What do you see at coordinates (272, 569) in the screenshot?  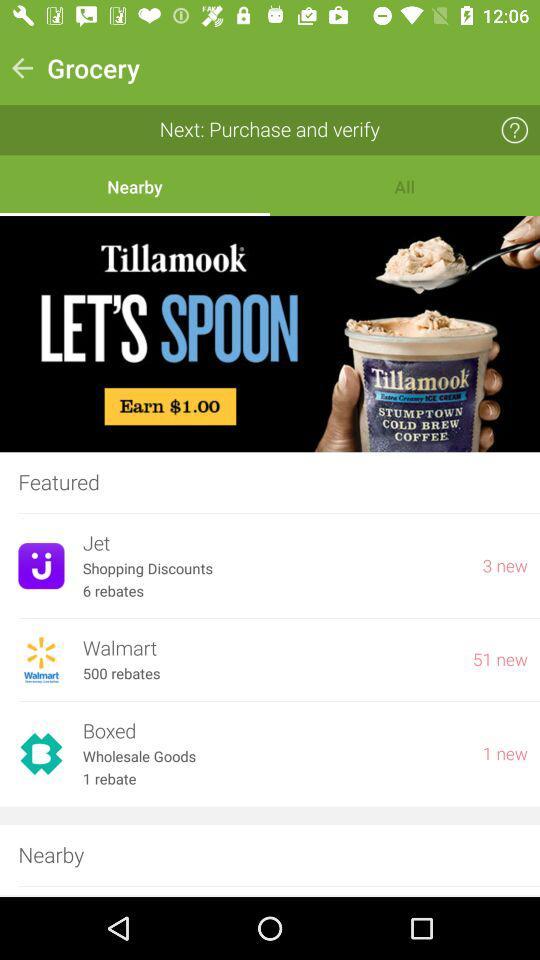 I see `the icon next to 3 new item` at bounding box center [272, 569].